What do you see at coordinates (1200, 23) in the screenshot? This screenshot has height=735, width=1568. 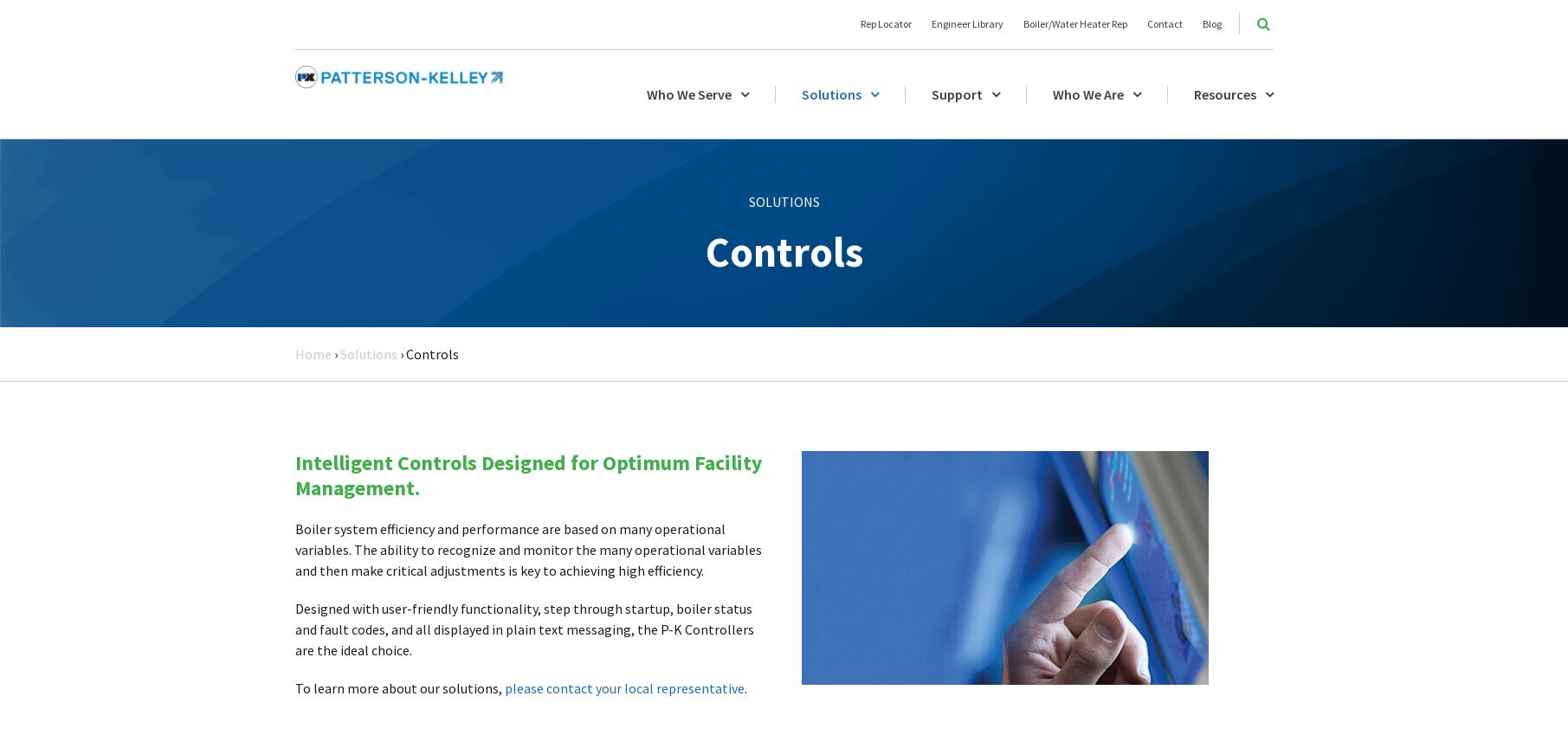 I see `'Blog'` at bounding box center [1200, 23].